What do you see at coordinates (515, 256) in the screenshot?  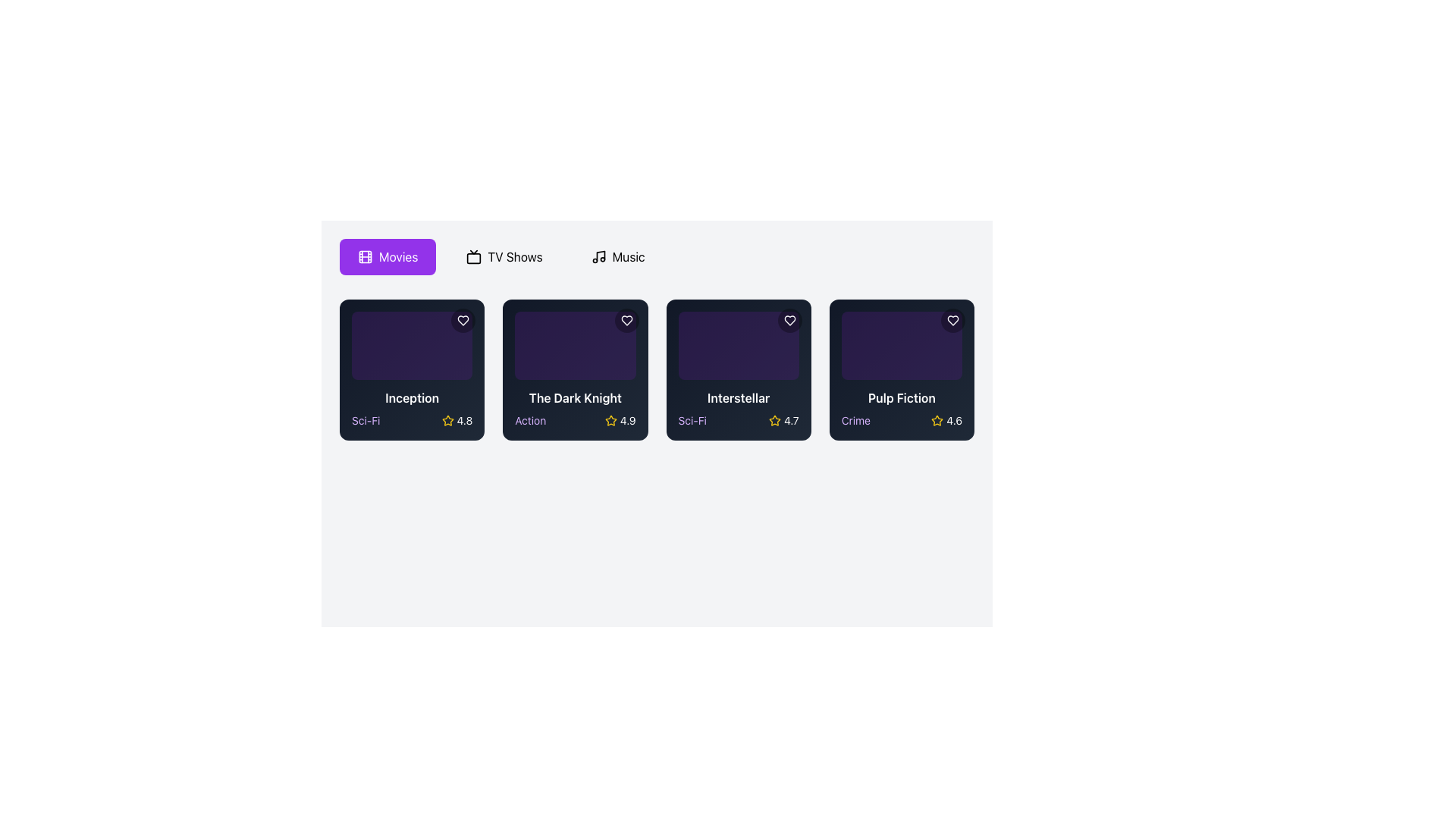 I see `the 'TV Shows' label, which is a visible text label styled with plain black font and centrally aligned, part of a navigation option adjacent to 'Movies' and 'Music'` at bounding box center [515, 256].